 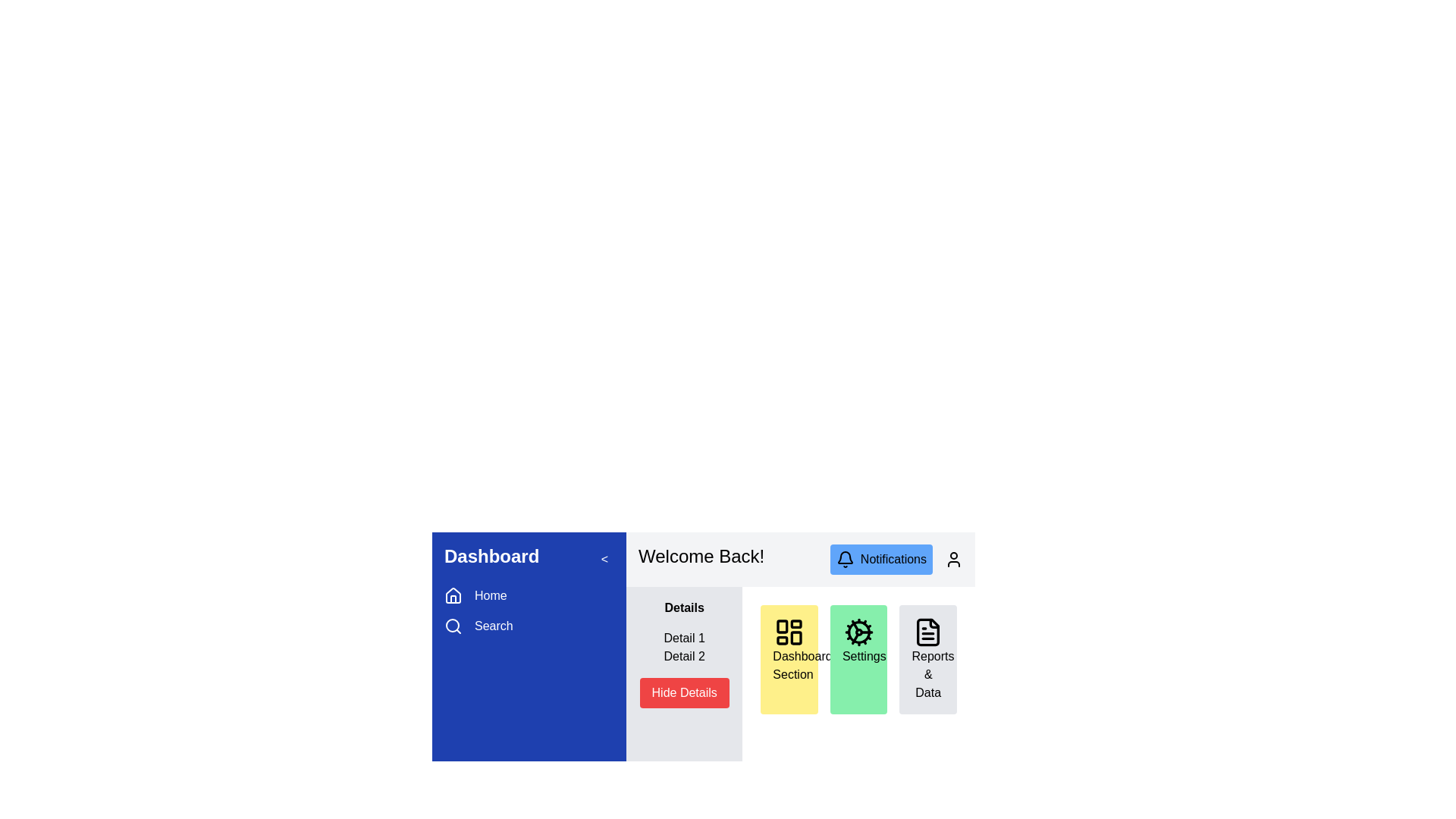 I want to click on the 'Notifications' static text label that is right-aligned within a blue rectangular button-like component, located in the upper-right corner of the interface, adjacent to a bell icon, so click(x=893, y=559).